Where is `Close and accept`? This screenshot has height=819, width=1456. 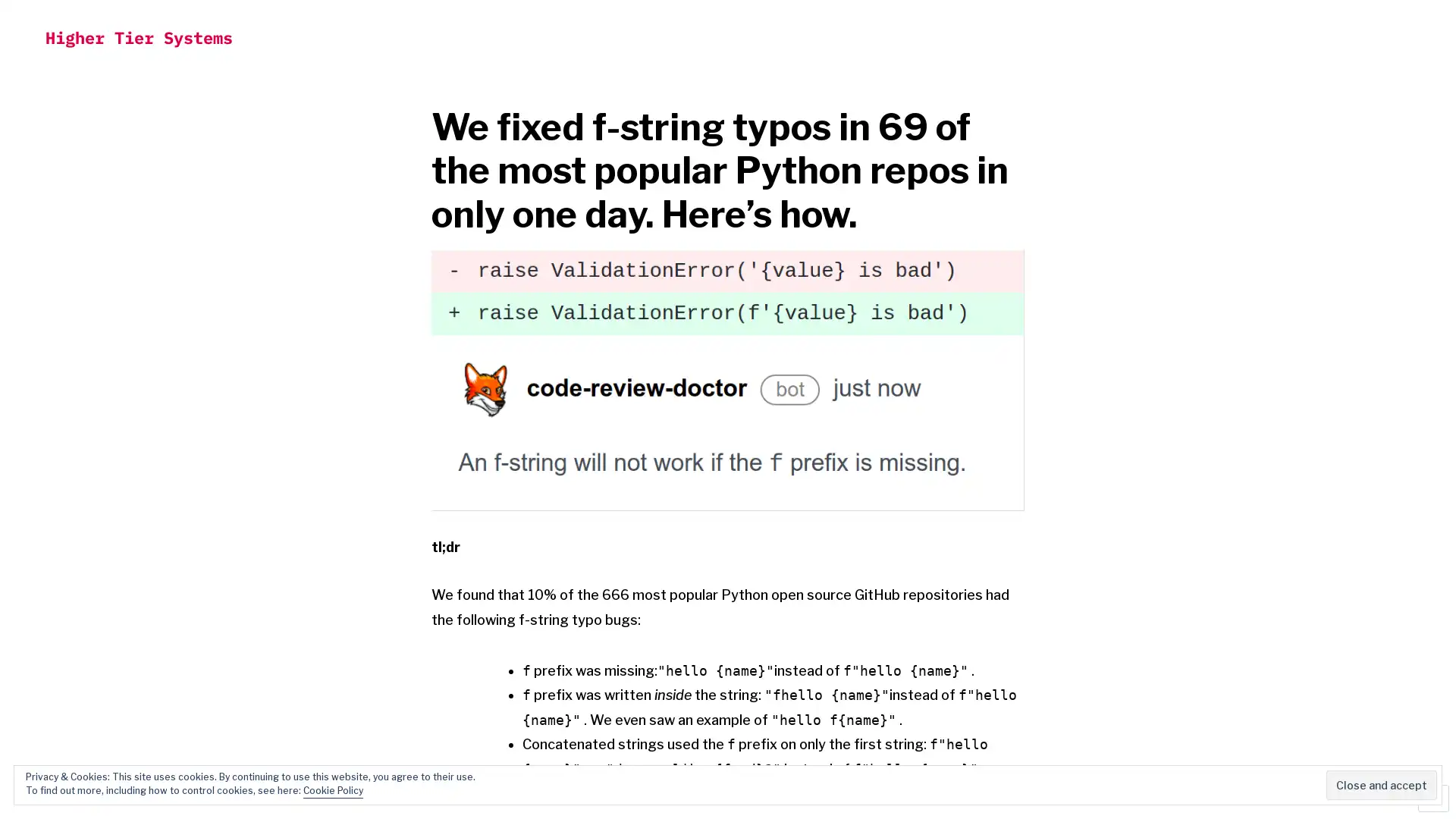 Close and accept is located at coordinates (1382, 785).